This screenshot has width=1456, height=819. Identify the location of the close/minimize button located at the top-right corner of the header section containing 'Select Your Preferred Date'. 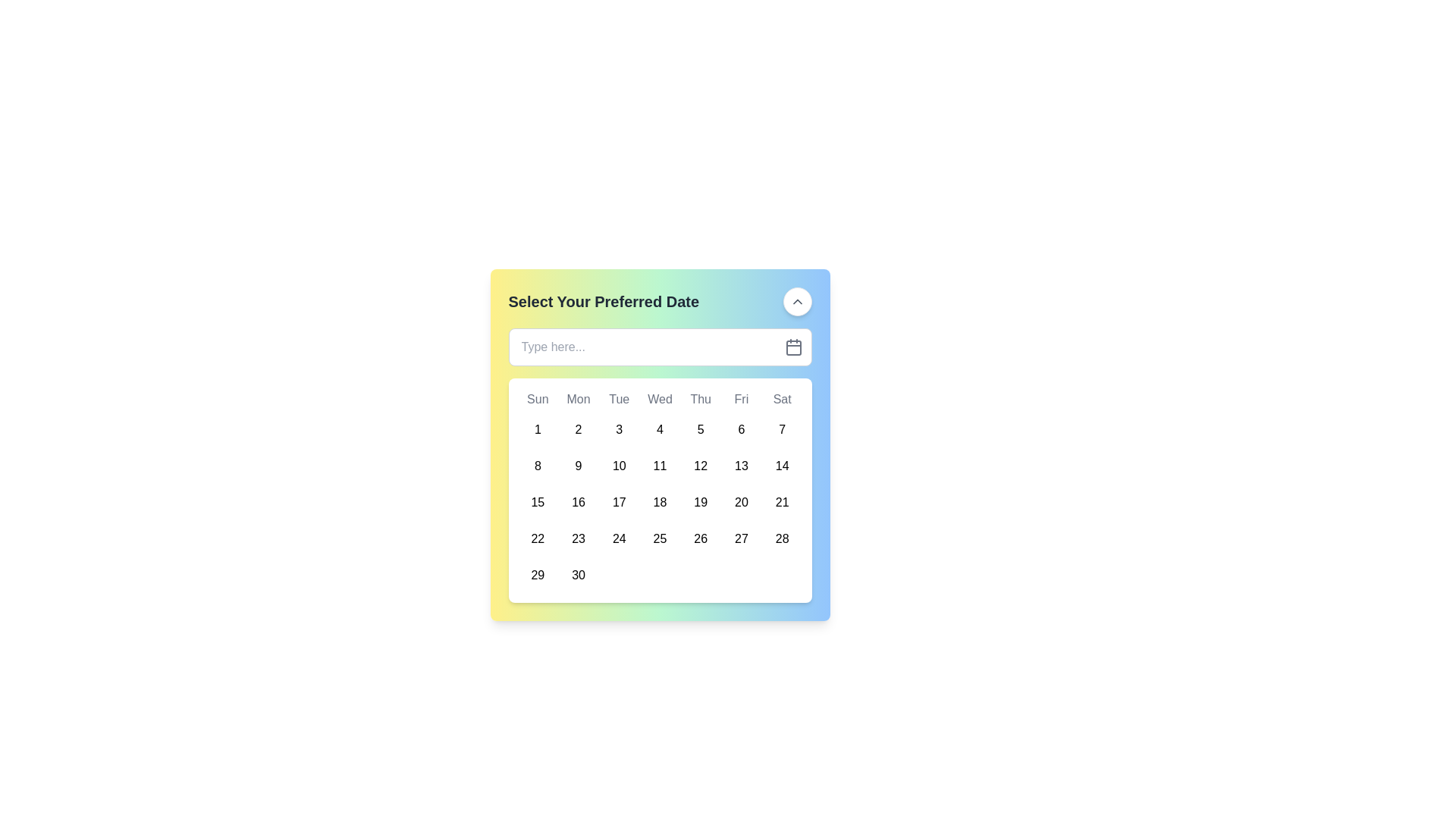
(796, 301).